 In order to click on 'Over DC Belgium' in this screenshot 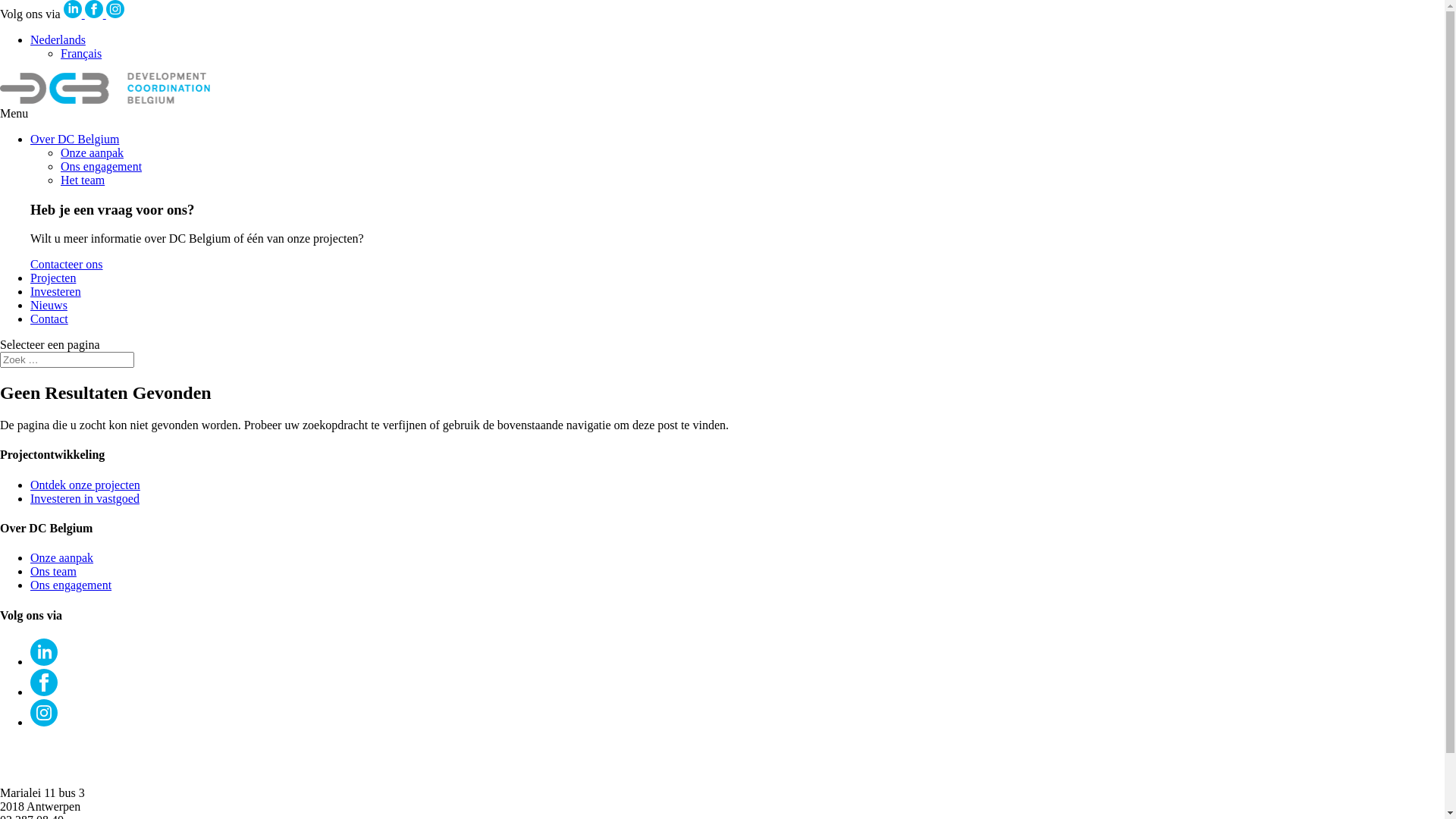, I will do `click(74, 139)`.